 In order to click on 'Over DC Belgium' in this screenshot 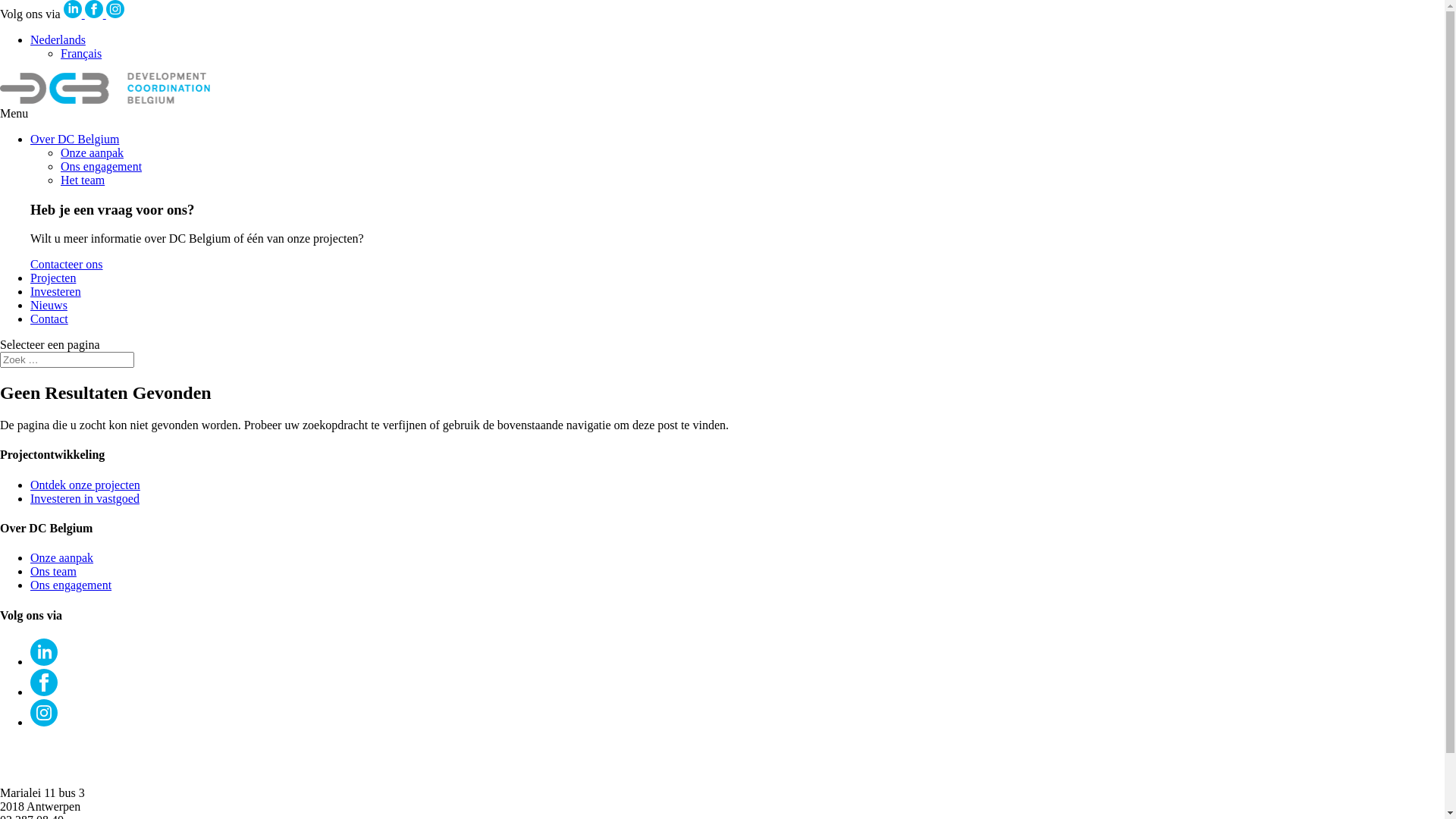, I will do `click(74, 139)`.